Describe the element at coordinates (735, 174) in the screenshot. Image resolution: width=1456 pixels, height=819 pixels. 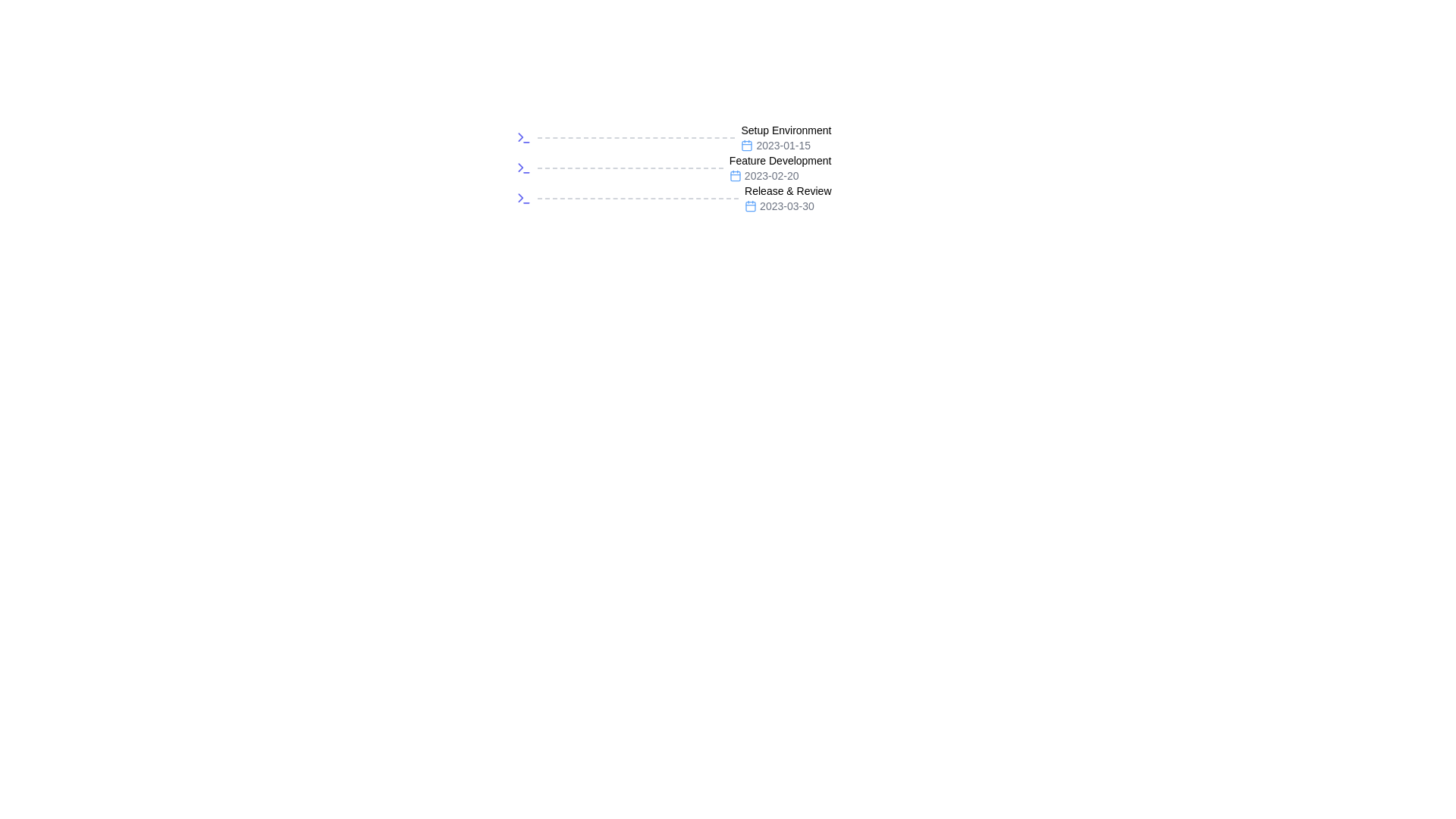
I see `the date icon indicating '2023-02-20', which is positioned to the left of the text '2023-02-20'` at that location.